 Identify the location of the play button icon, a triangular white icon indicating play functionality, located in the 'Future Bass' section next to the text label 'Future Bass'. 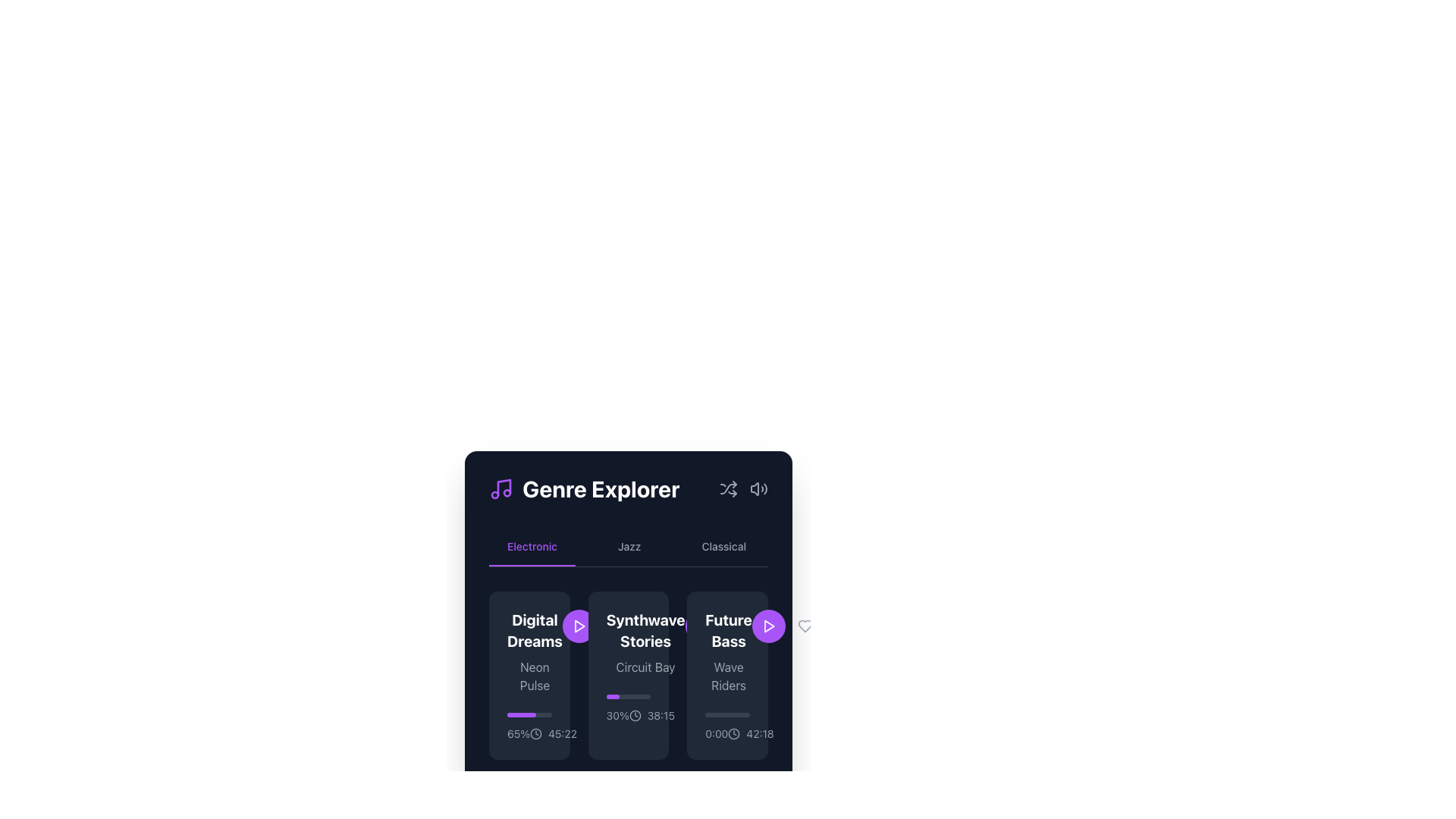
(701, 626).